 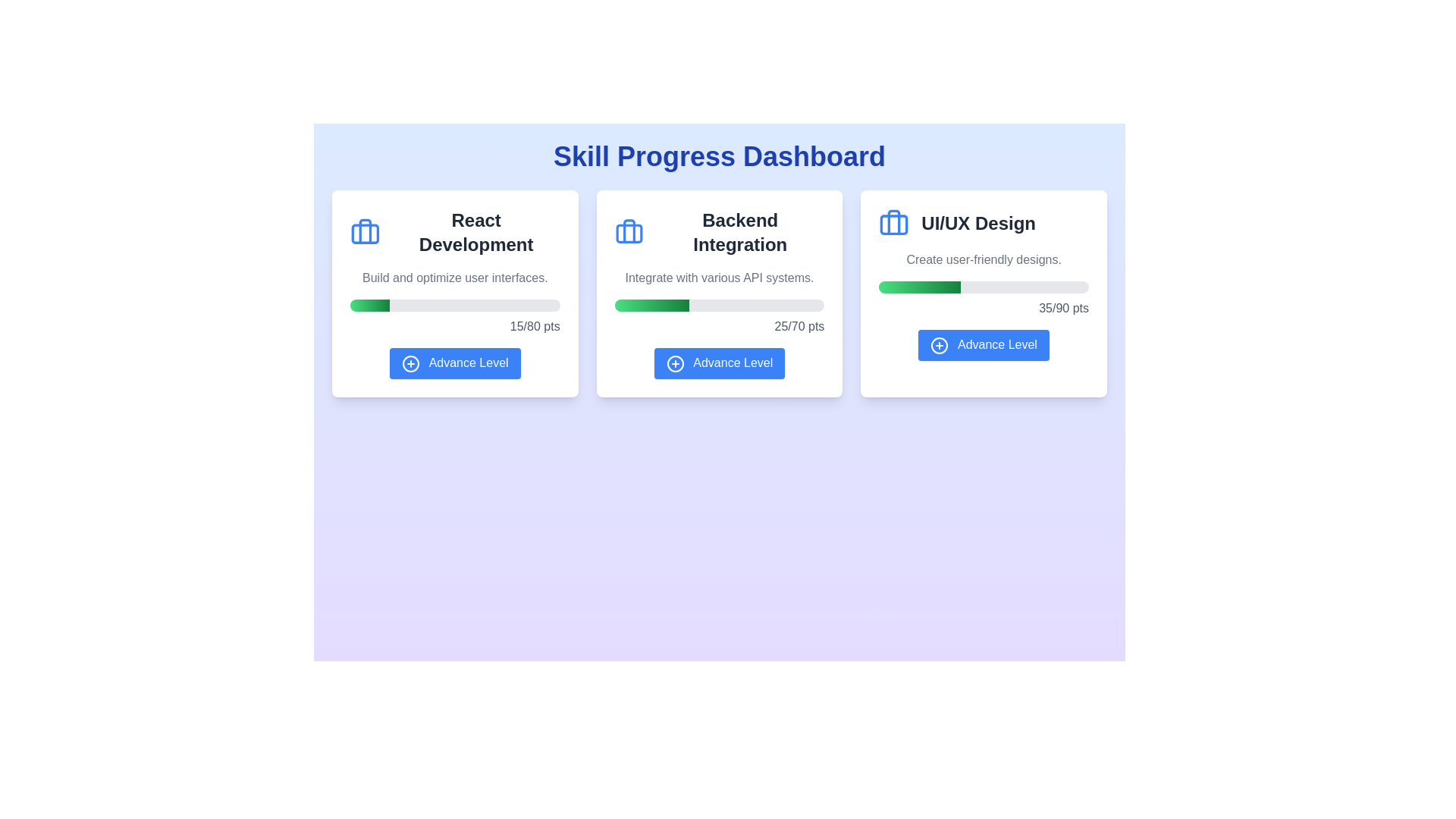 What do you see at coordinates (894, 224) in the screenshot?
I see `the visual representation of the SVG rectangle that forms the body of the briefcase icon, located centrally within the briefcase graphic on the third card in the row of the UI/UX Design card` at bounding box center [894, 224].